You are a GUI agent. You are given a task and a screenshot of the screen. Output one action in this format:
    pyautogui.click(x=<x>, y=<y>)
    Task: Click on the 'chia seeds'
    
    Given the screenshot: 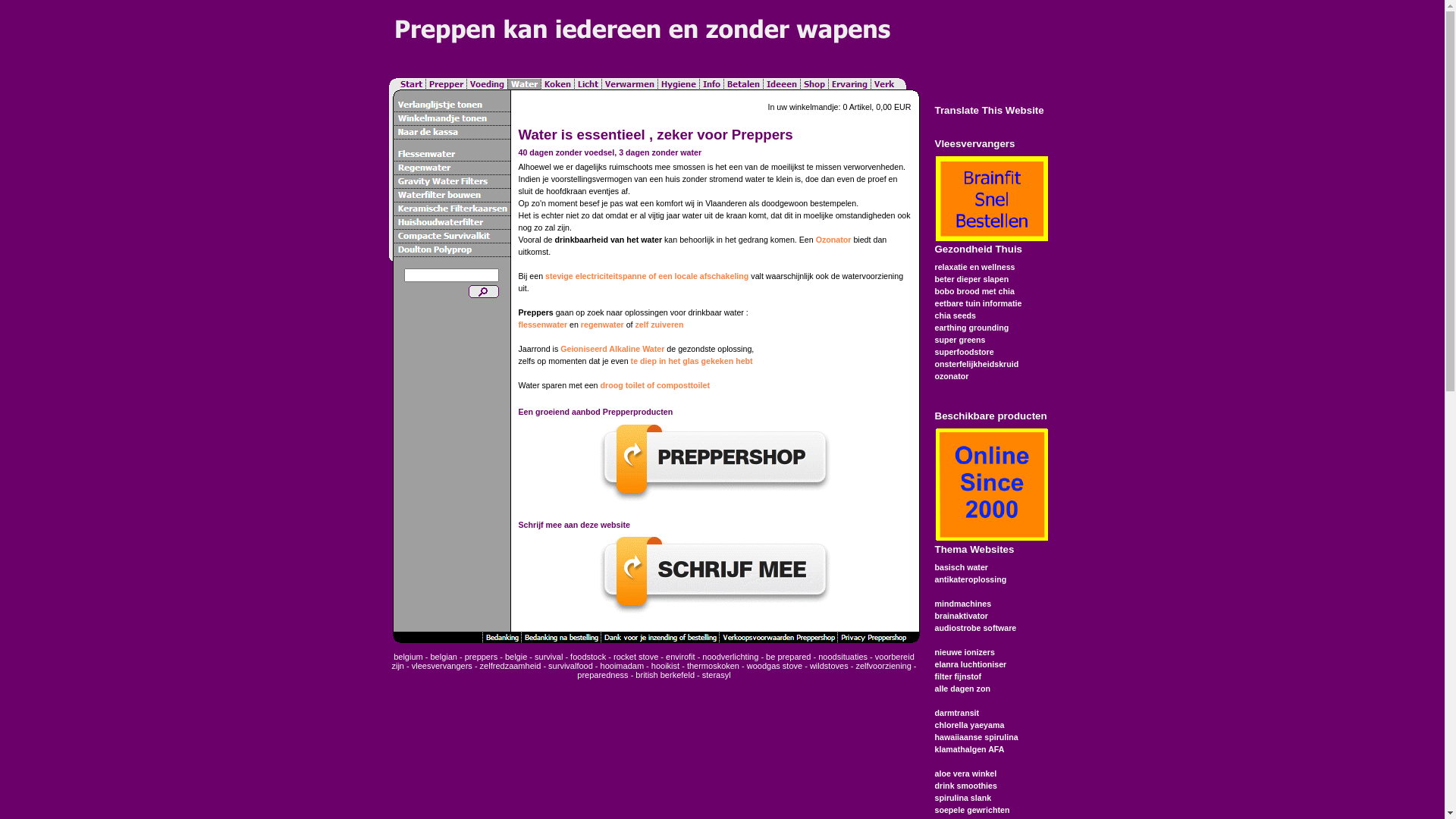 What is the action you would take?
    pyautogui.click(x=954, y=315)
    